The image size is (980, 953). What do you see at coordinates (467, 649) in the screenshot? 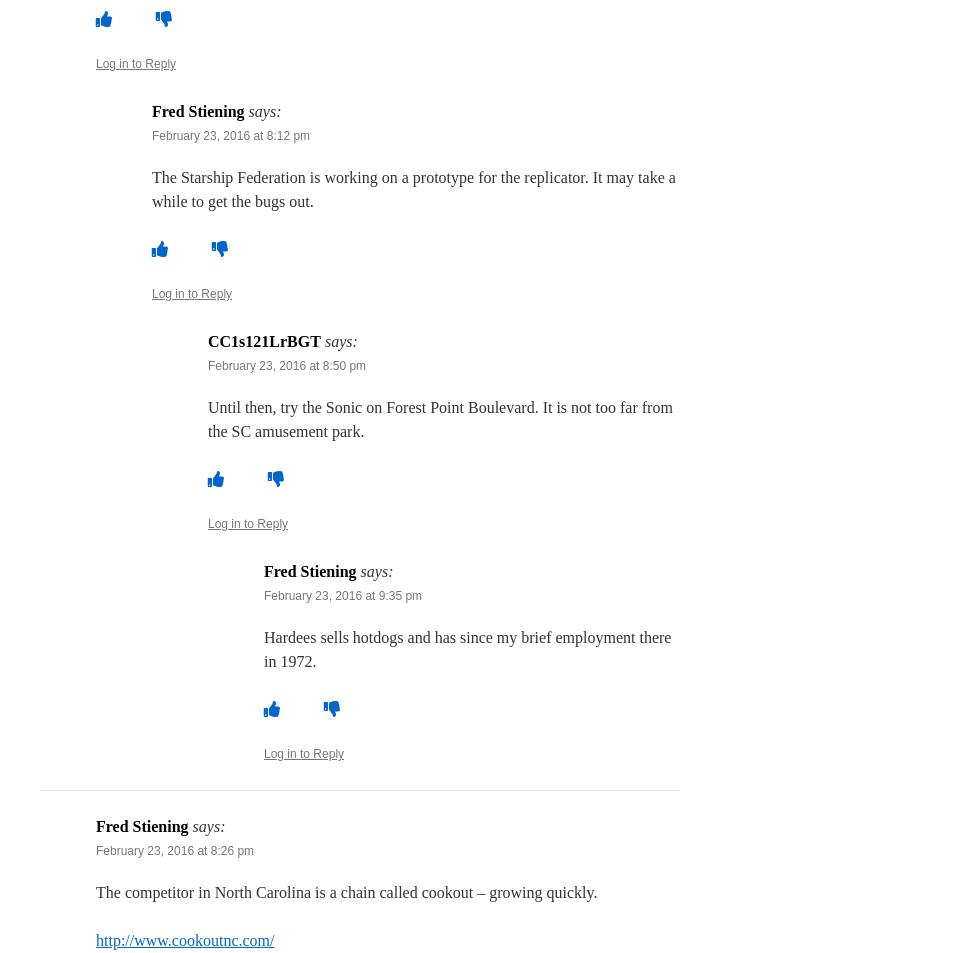
I see `'Hardees sells hotdogs and has since my brief employment there in 1972.'` at bounding box center [467, 649].